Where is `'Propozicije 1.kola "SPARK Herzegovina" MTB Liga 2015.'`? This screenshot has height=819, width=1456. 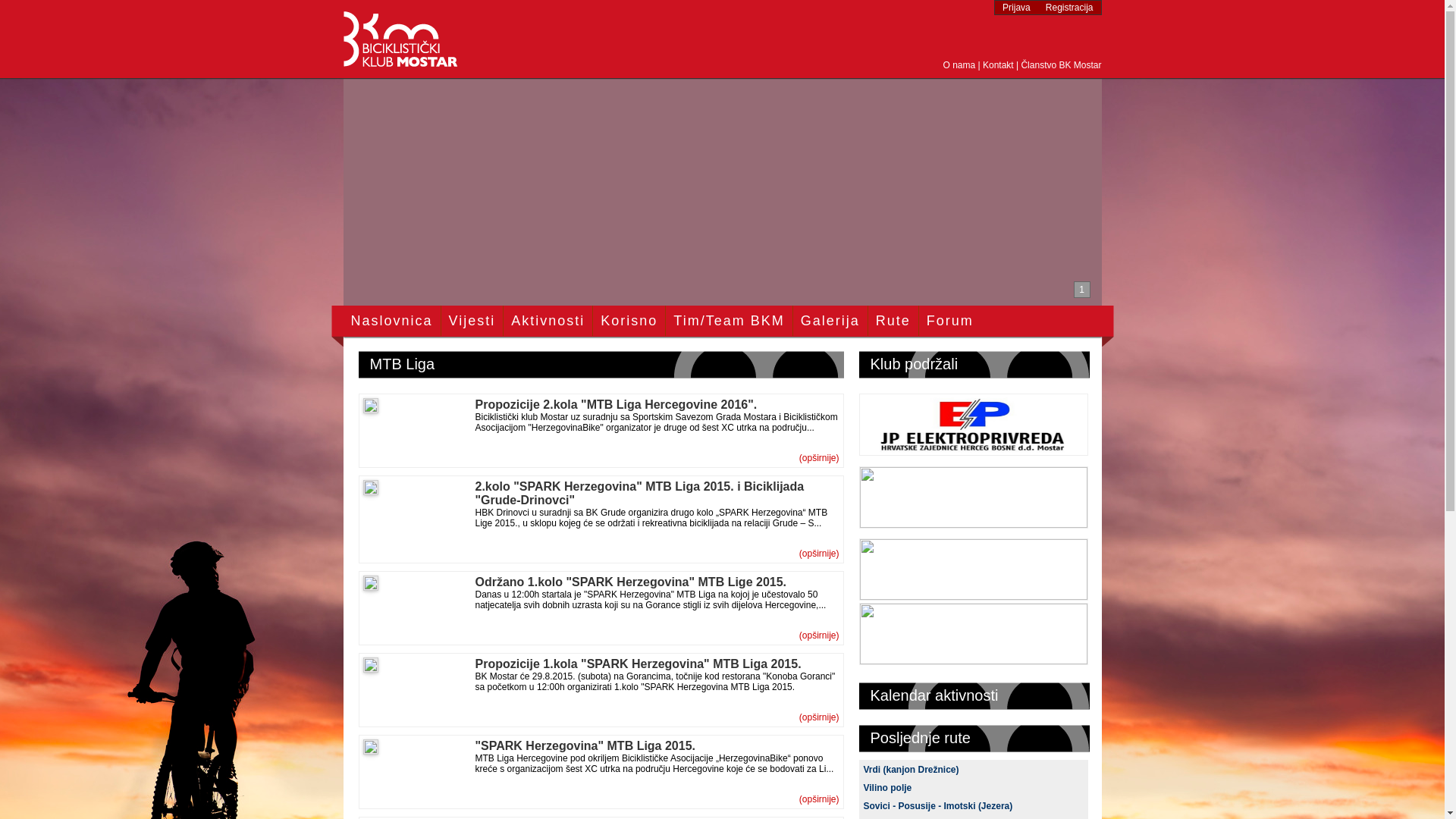
'Propozicije 1.kola "SPARK Herzegovina" MTB Liga 2015.' is located at coordinates (637, 663).